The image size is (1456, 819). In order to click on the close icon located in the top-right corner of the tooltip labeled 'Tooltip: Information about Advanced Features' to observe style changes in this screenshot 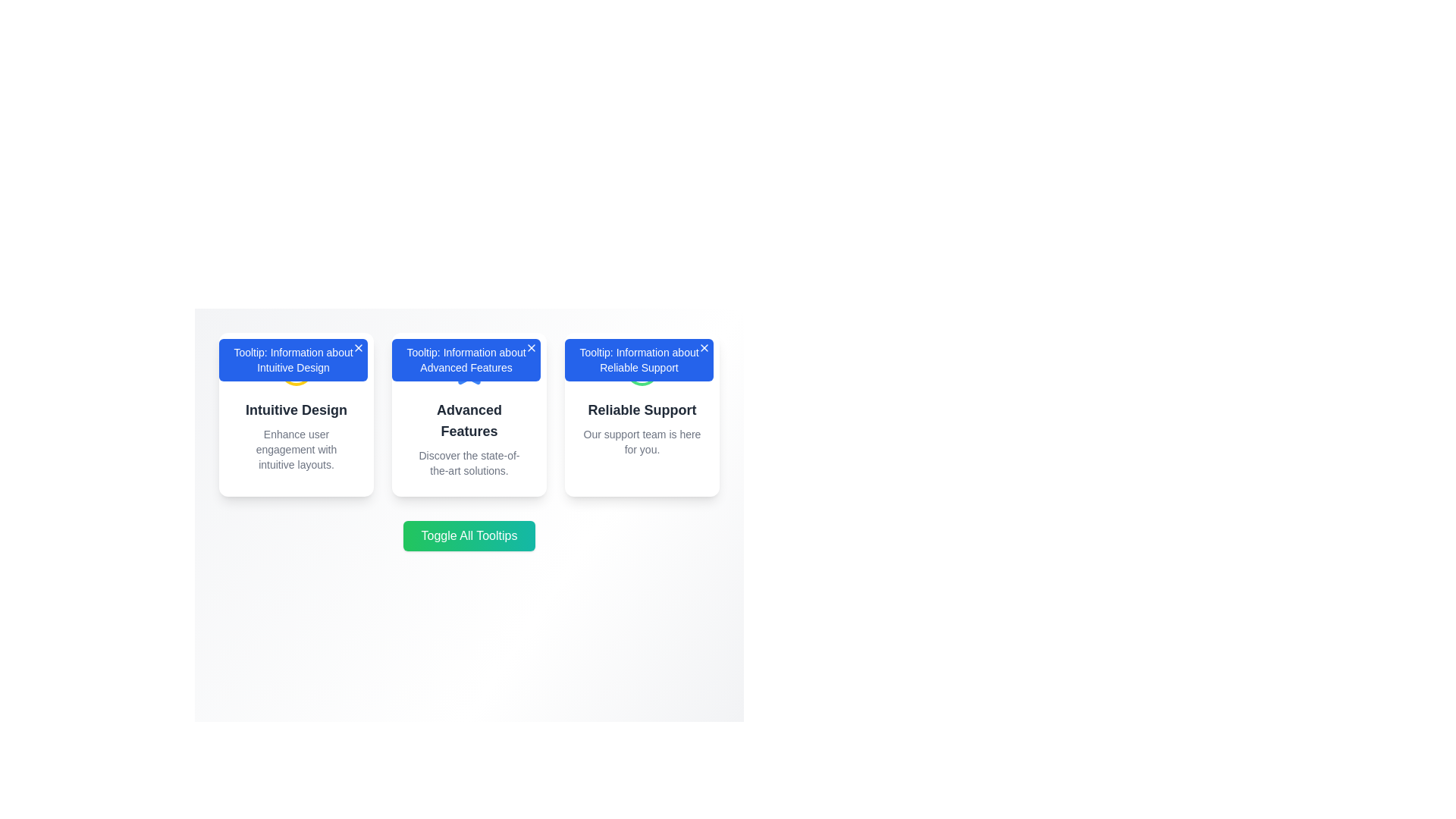, I will do `click(531, 348)`.